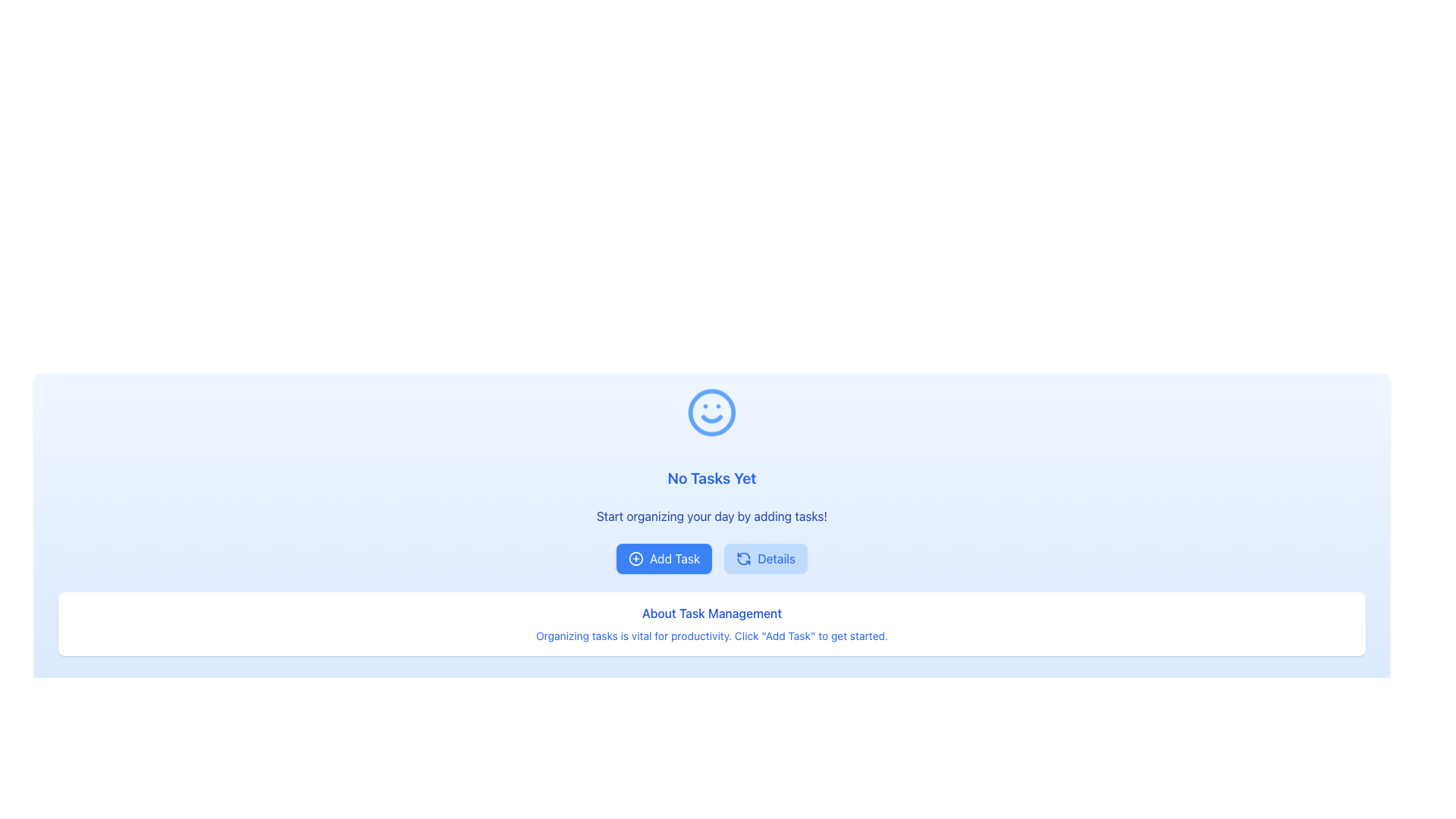 The image size is (1456, 819). I want to click on the circular blue outlined '+' icon located leftward of the 'Add Task' button, which is part of a group of controls including the 'Details' button, so click(636, 558).